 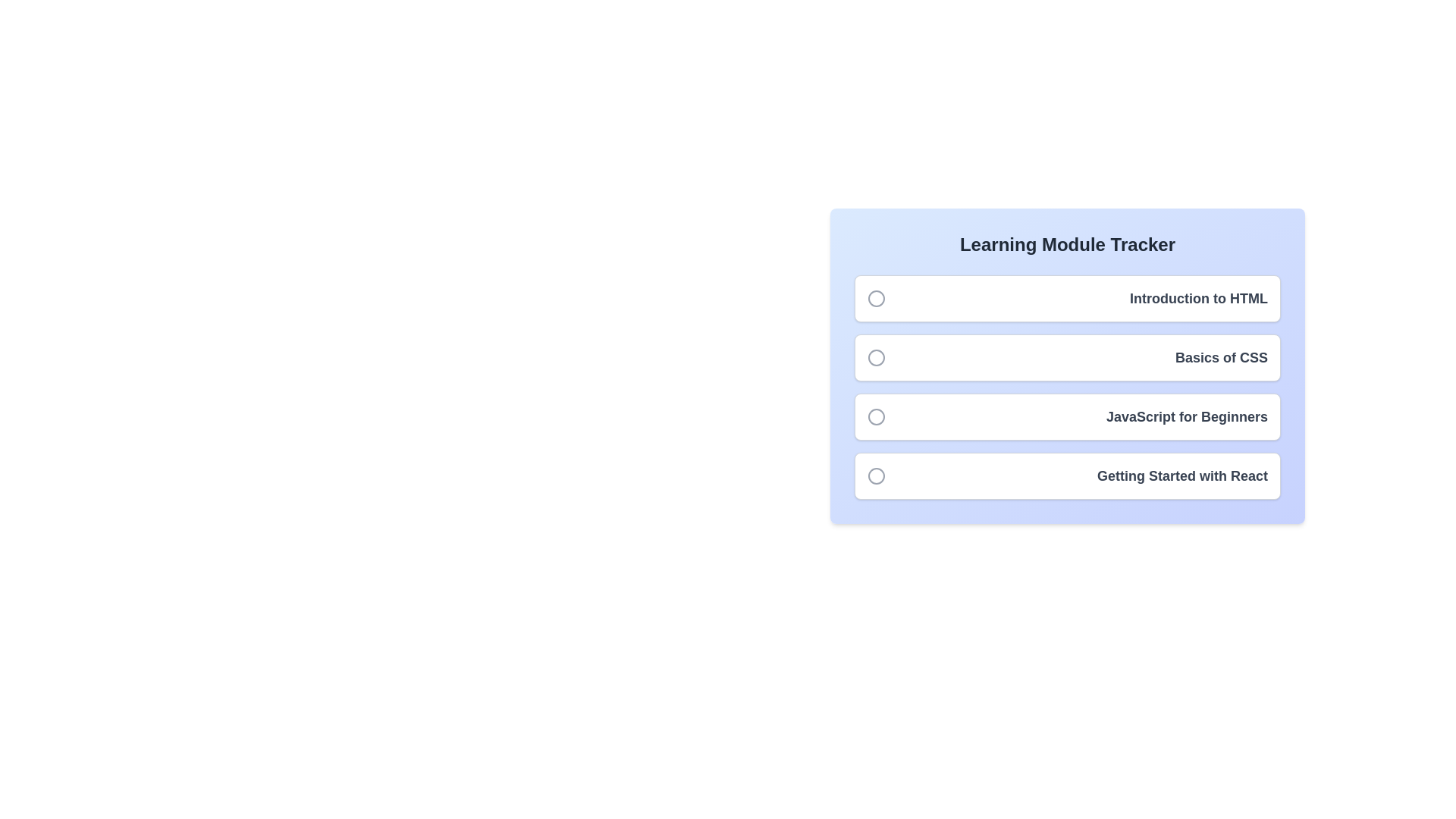 What do you see at coordinates (1181, 475) in the screenshot?
I see `the static text label that serves as a module title within the learning tracker interface, located as the last item in a vertical list and slightly indented due to a circular icon on its left` at bounding box center [1181, 475].